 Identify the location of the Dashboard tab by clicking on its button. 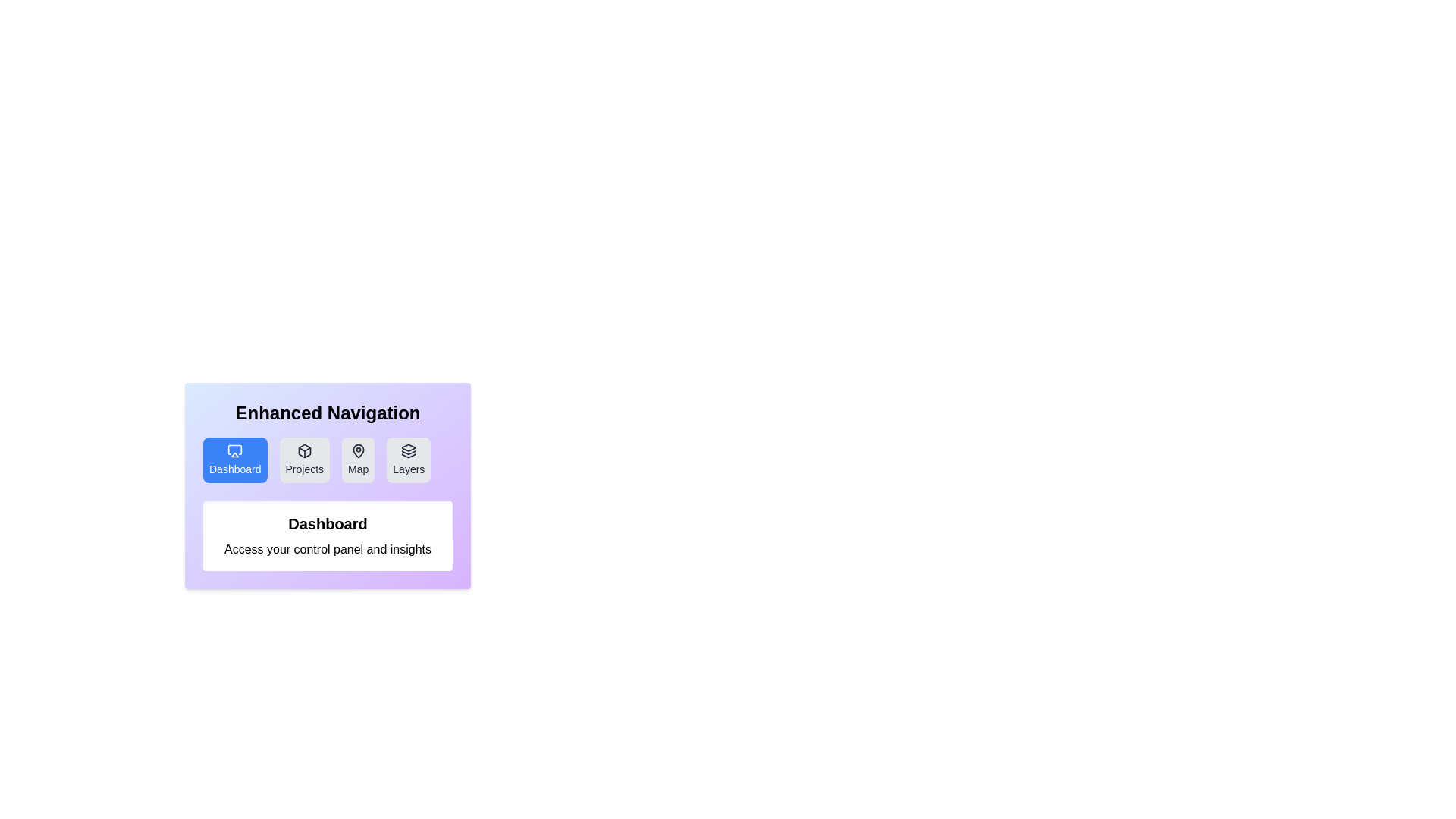
(234, 459).